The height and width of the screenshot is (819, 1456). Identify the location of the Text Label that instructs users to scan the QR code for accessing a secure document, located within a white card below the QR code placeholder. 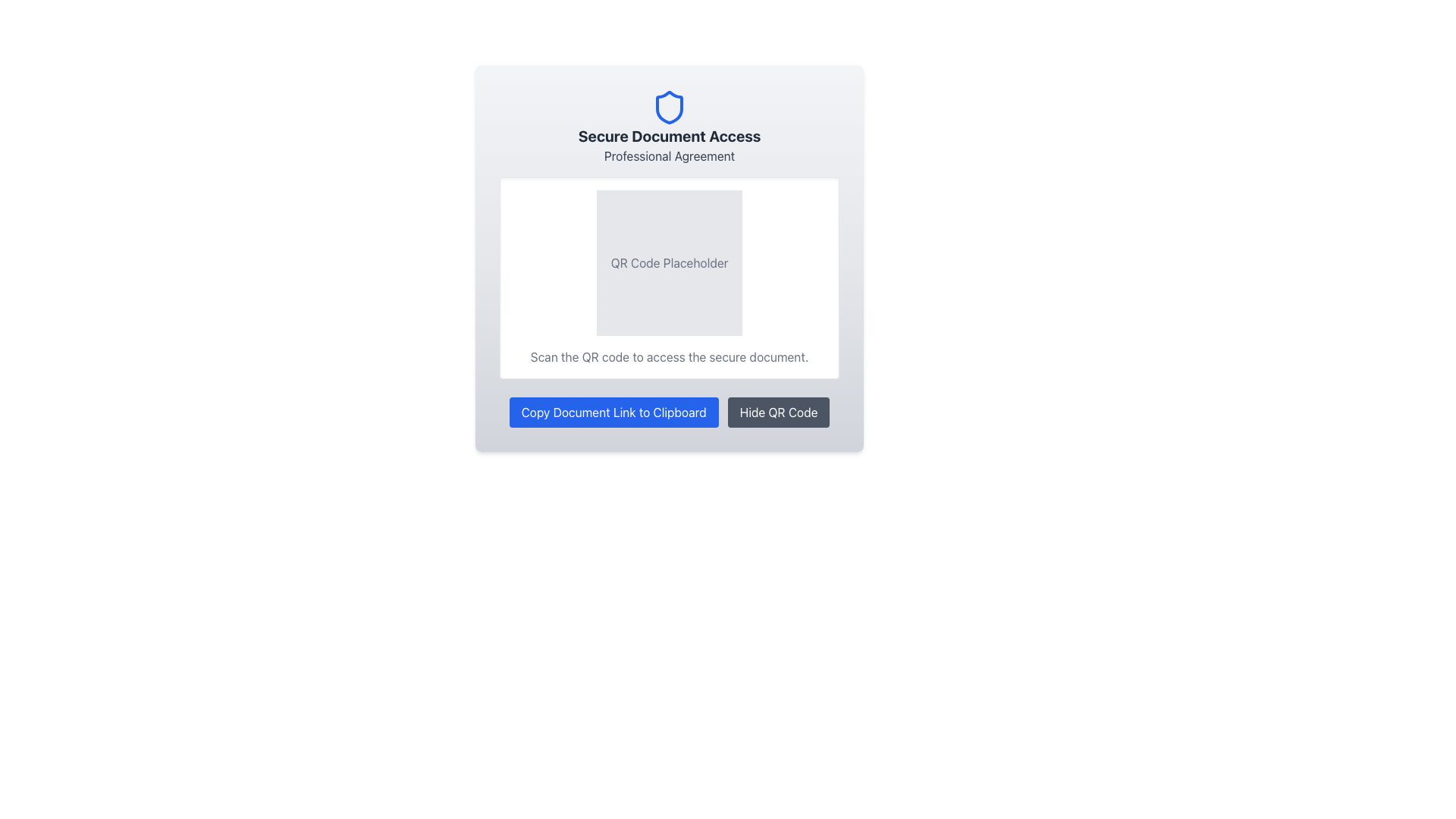
(669, 356).